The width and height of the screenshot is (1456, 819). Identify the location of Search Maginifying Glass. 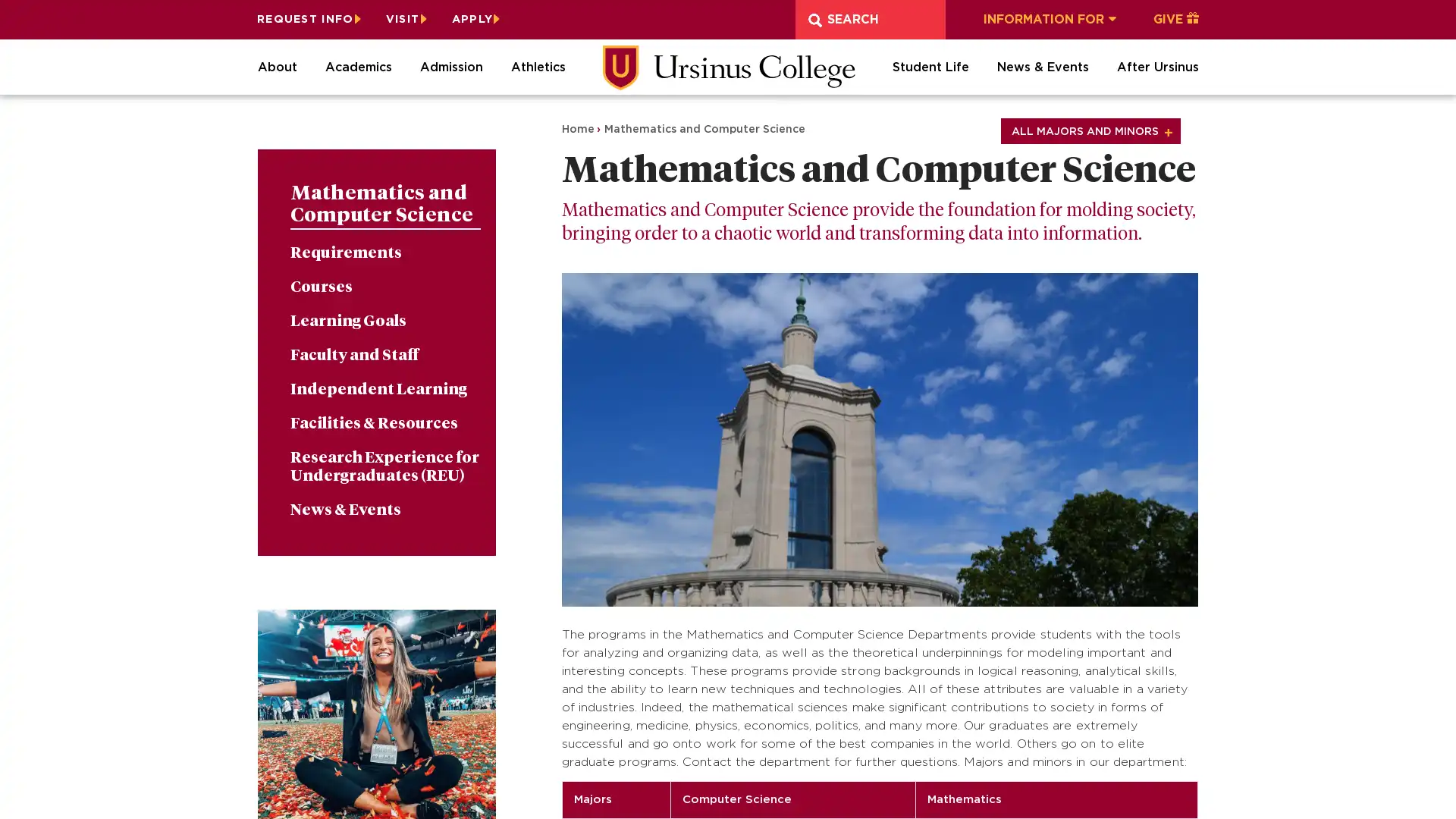
(814, 20).